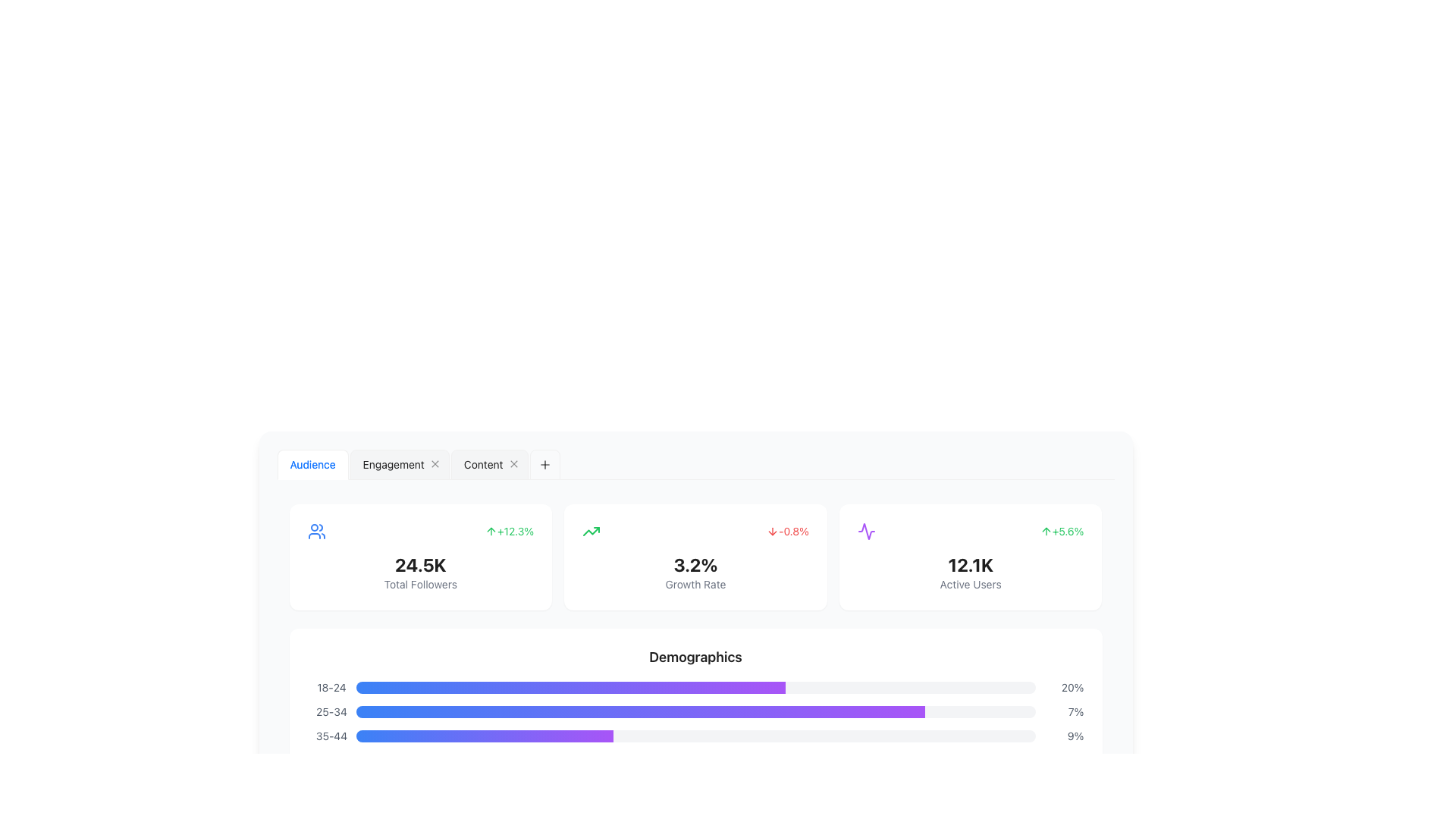 This screenshot has height=819, width=1456. Describe the element at coordinates (695, 657) in the screenshot. I see `the text label displaying 'Demographics' which is styled as bold and larger than surrounding text, located centrally above graphical data representations` at that location.